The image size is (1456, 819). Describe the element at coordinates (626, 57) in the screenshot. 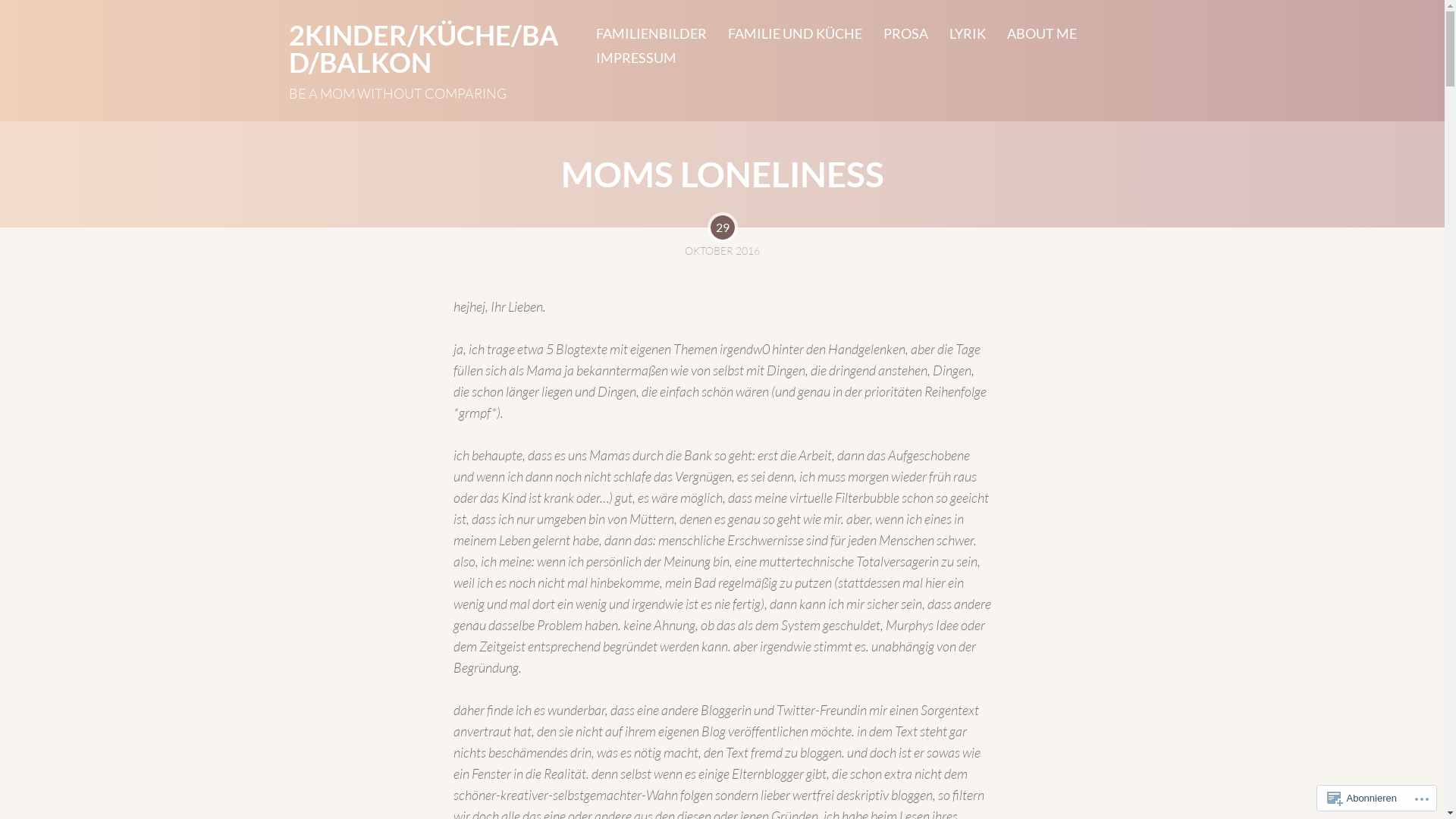

I see `'IMPRESSUM'` at that location.